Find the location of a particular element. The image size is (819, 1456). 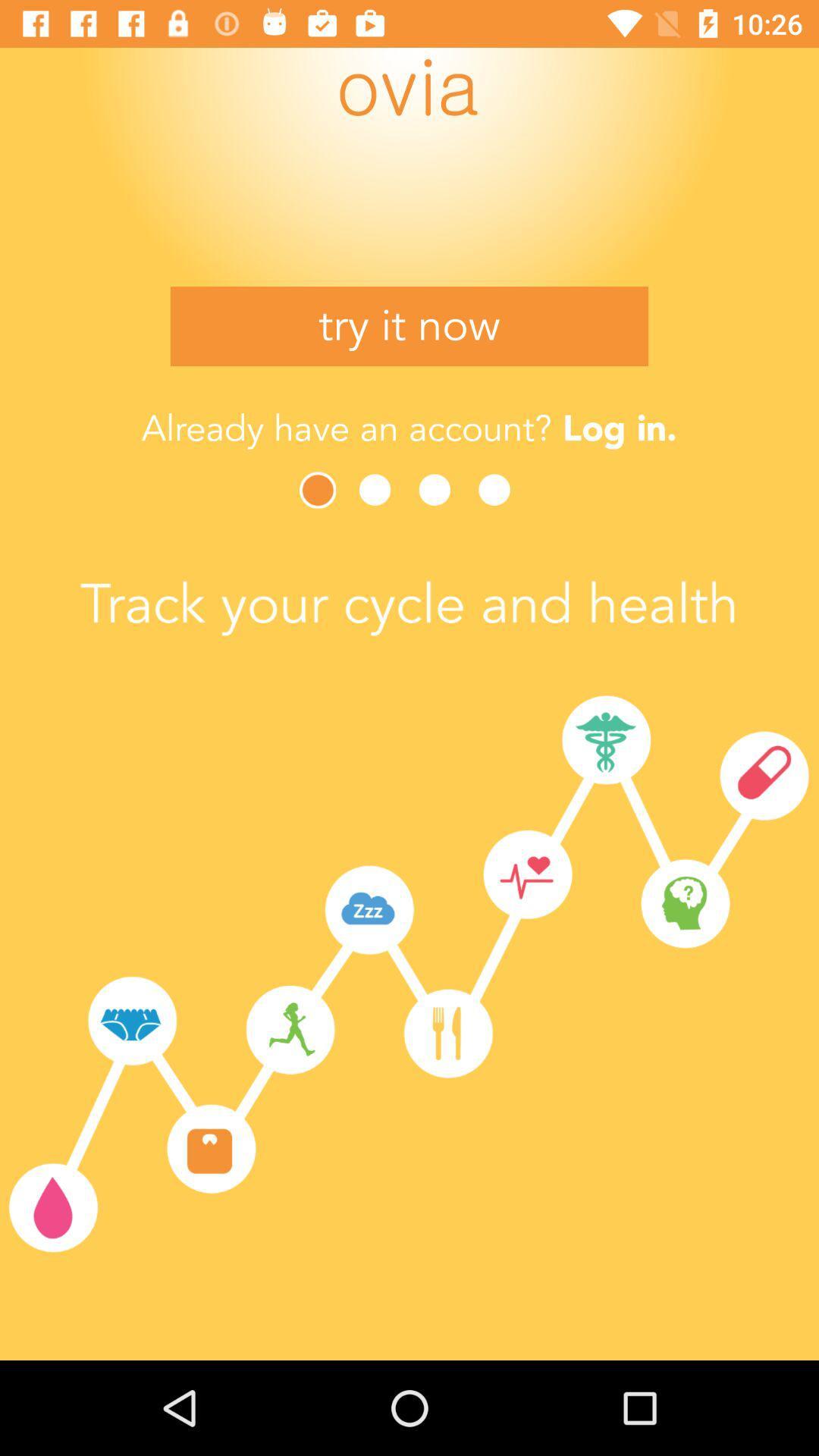

see the next tip is located at coordinates (498, 490).